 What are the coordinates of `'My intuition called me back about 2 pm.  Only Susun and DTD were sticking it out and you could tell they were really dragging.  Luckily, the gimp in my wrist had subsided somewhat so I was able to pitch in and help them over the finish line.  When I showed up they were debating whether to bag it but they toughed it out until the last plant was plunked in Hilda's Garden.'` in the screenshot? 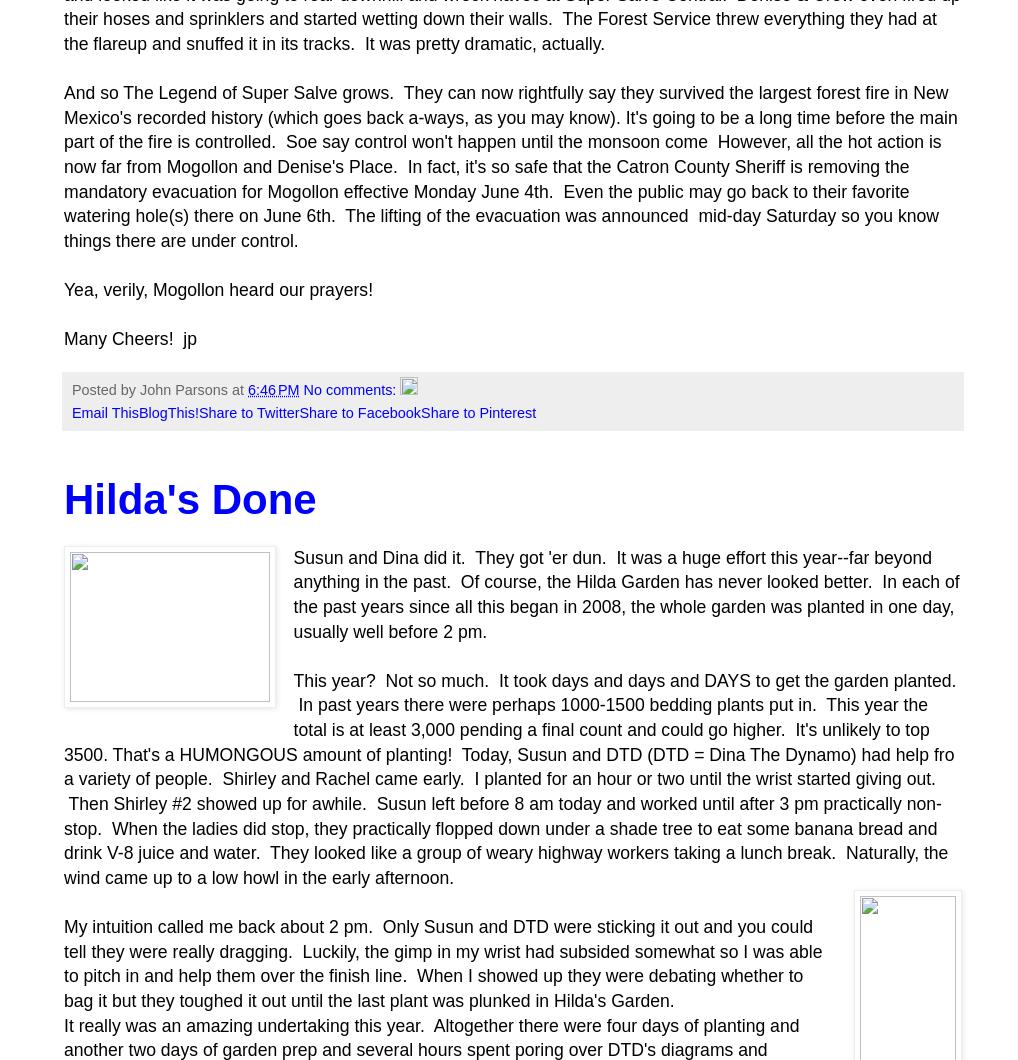 It's located at (442, 962).